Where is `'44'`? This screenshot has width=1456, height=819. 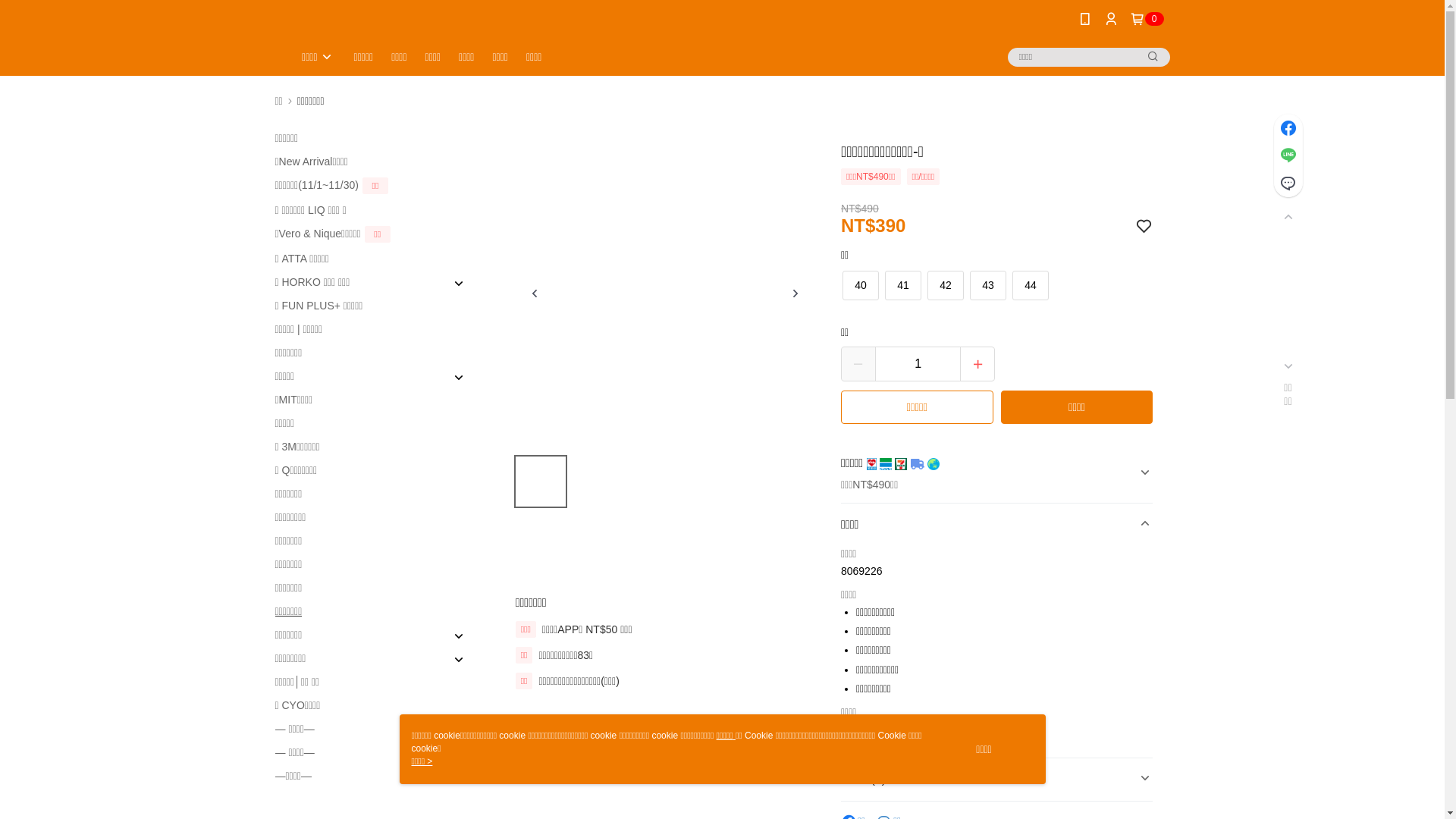 '44' is located at coordinates (1030, 285).